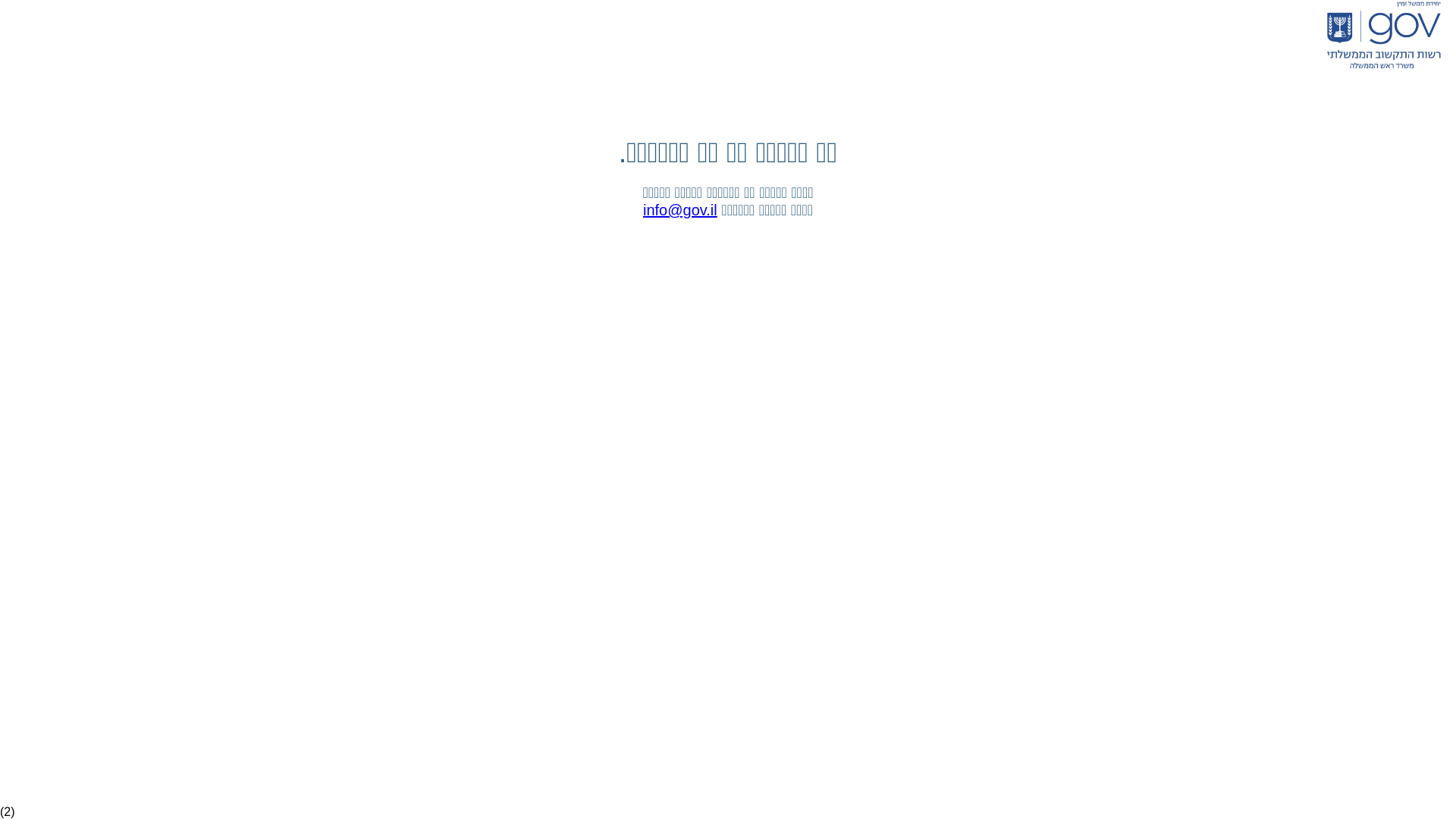  I want to click on 'info@gov.il', so click(679, 210).